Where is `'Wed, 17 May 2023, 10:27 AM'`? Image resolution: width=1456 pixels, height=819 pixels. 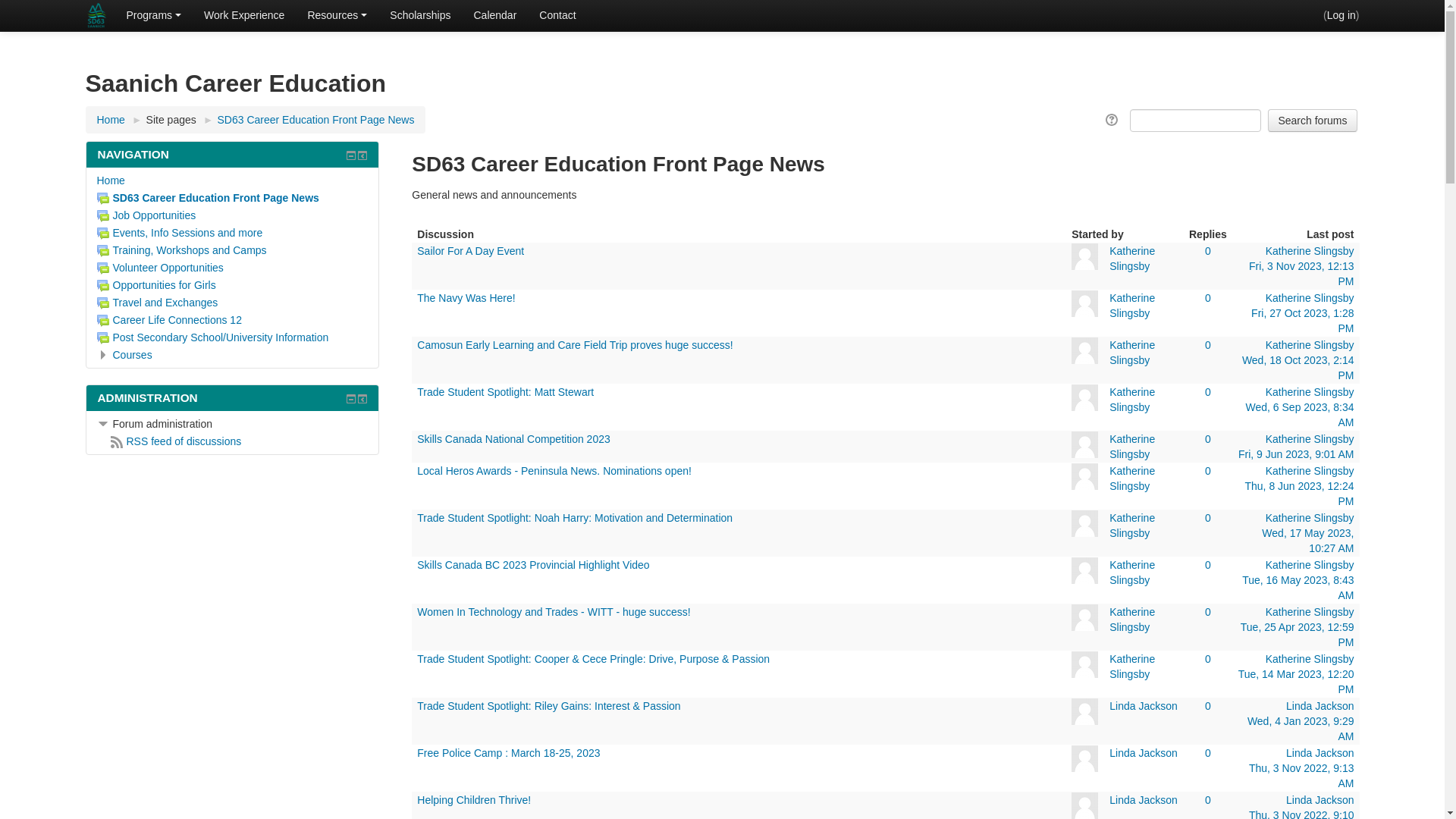 'Wed, 17 May 2023, 10:27 AM' is located at coordinates (1307, 540).